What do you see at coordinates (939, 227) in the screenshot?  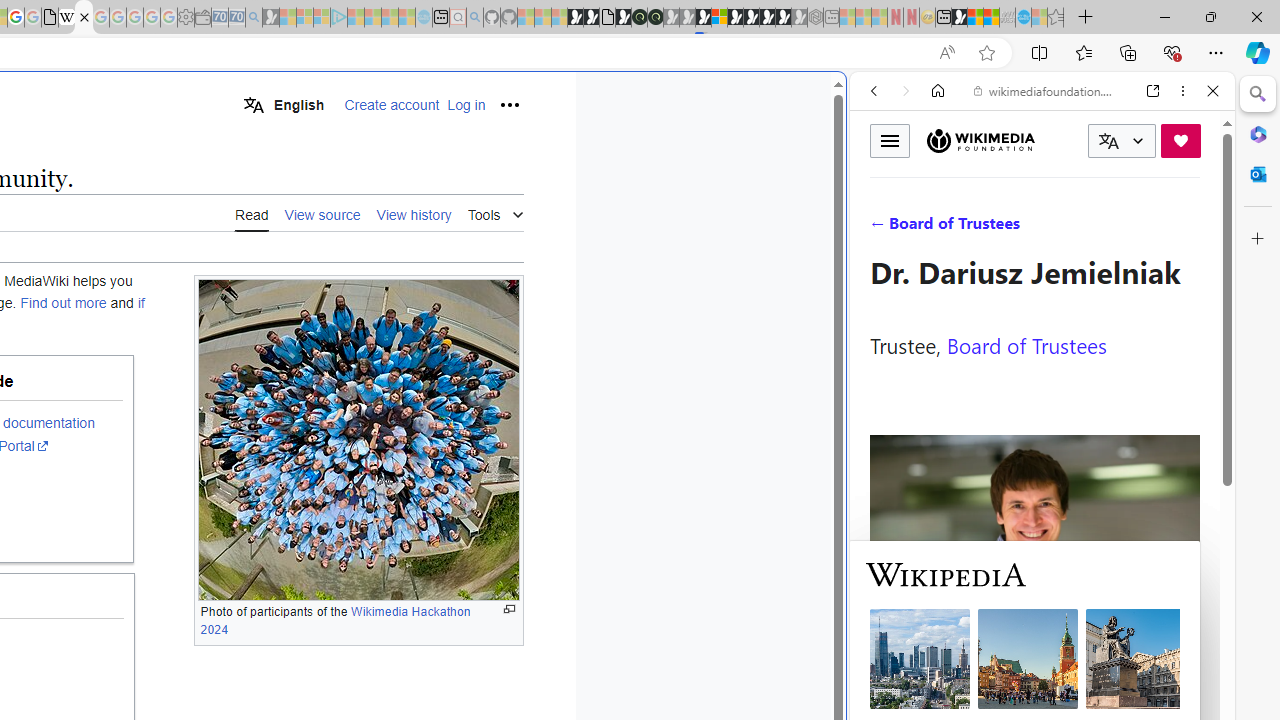 I see `'Search Filter, IMAGES'` at bounding box center [939, 227].